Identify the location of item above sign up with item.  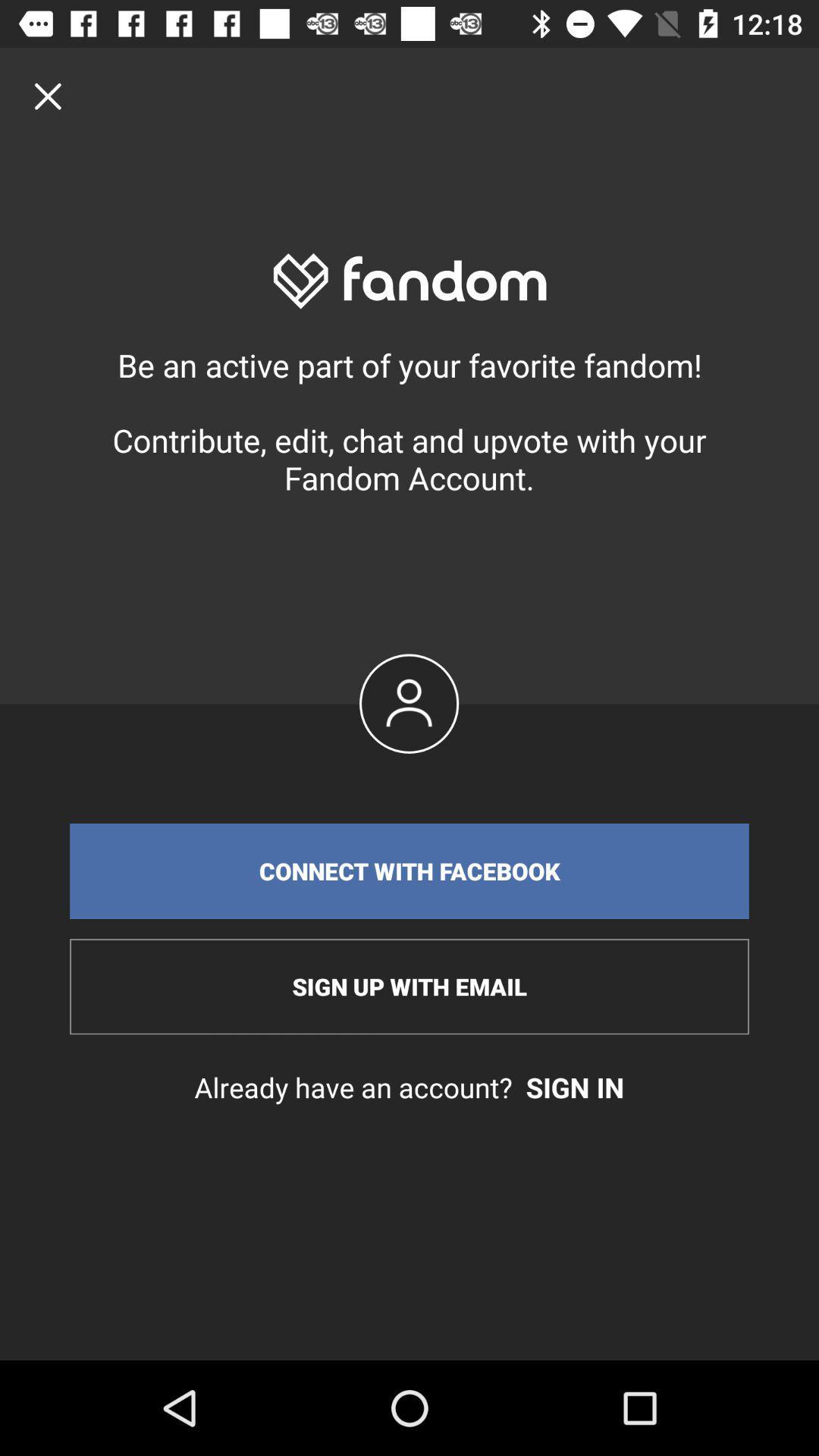
(409, 871).